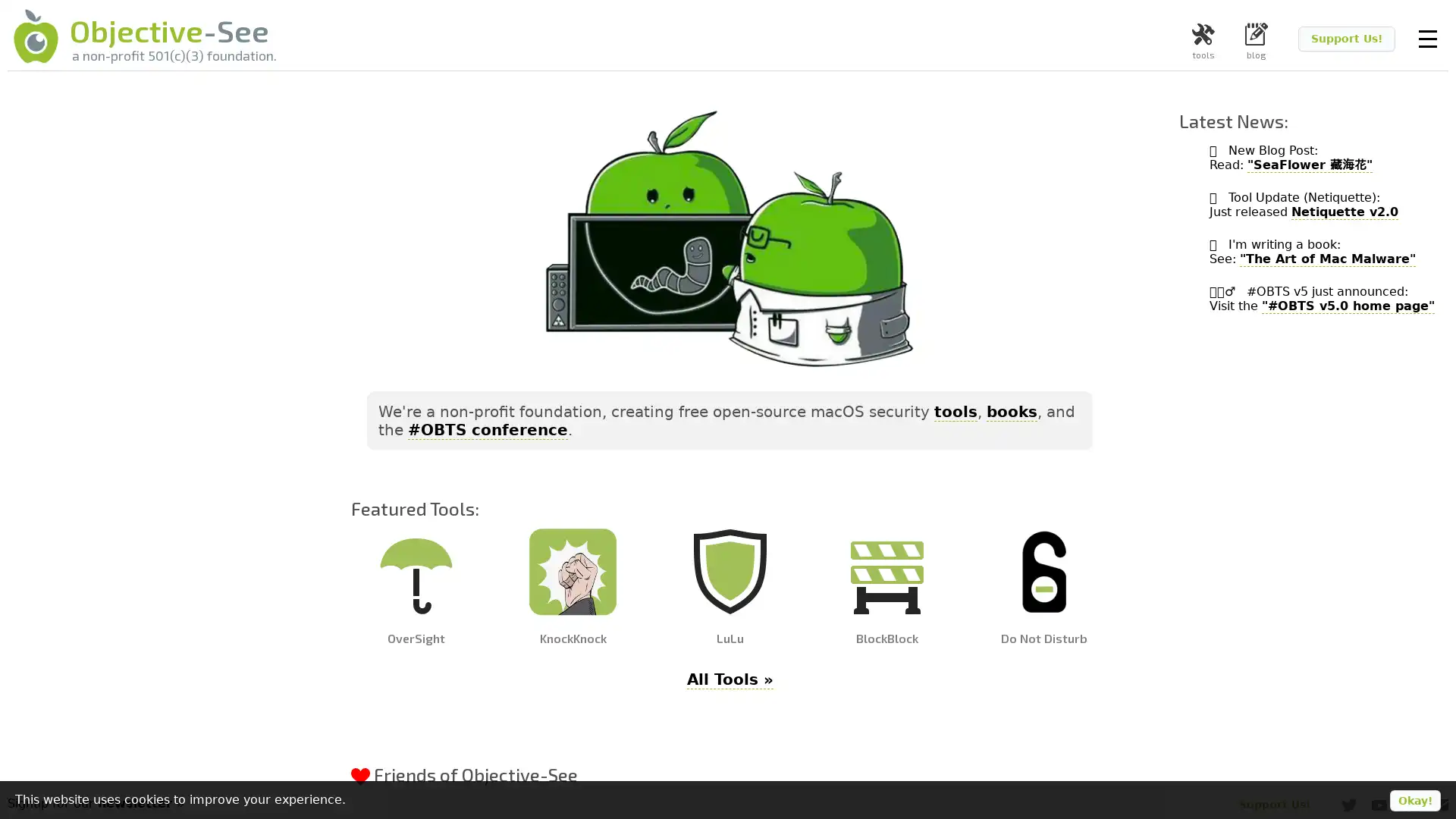  Describe the element at coordinates (1414, 800) in the screenshot. I see `Okay!` at that location.